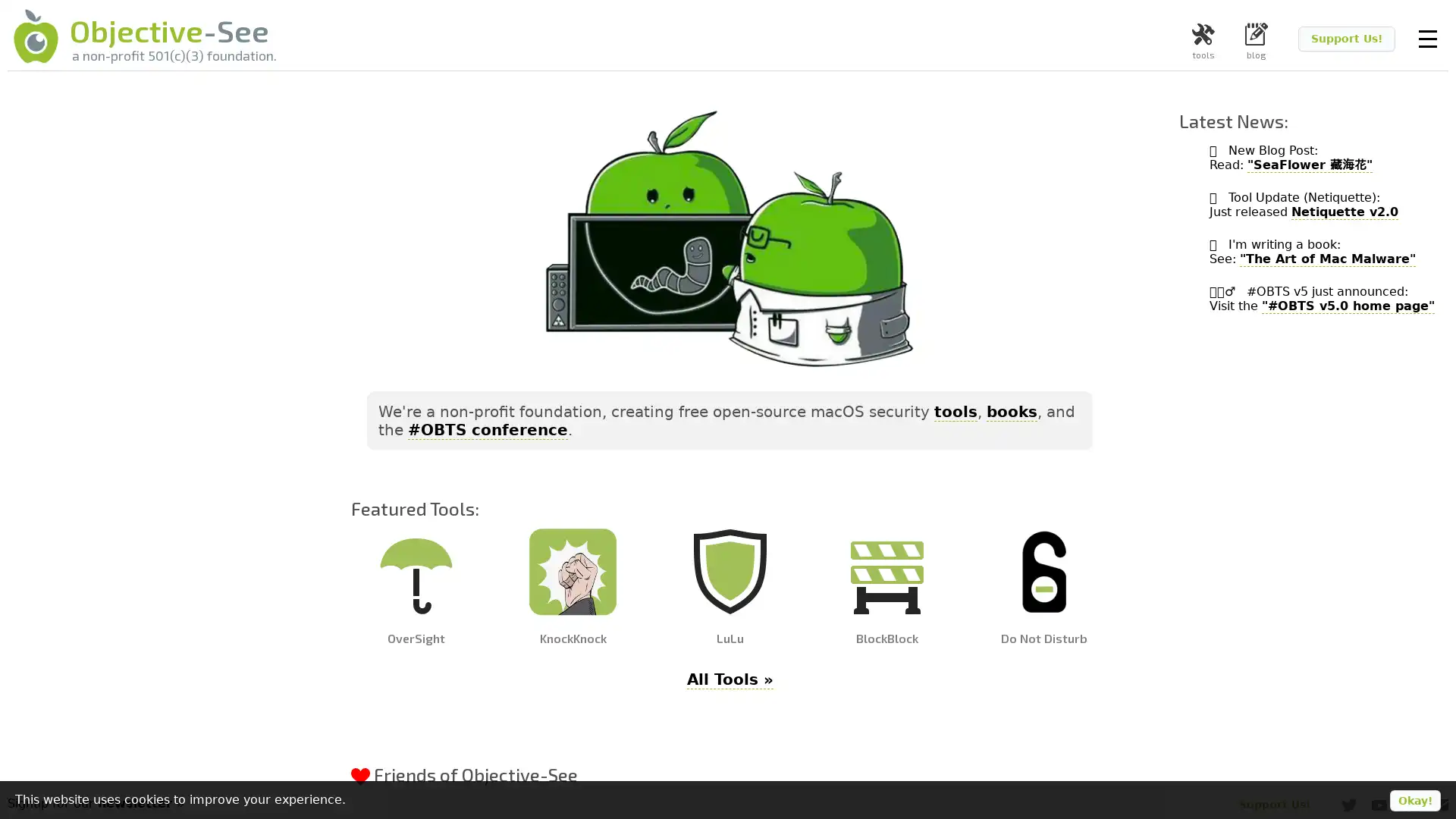  Describe the element at coordinates (1414, 800) in the screenshot. I see `Okay!` at that location.